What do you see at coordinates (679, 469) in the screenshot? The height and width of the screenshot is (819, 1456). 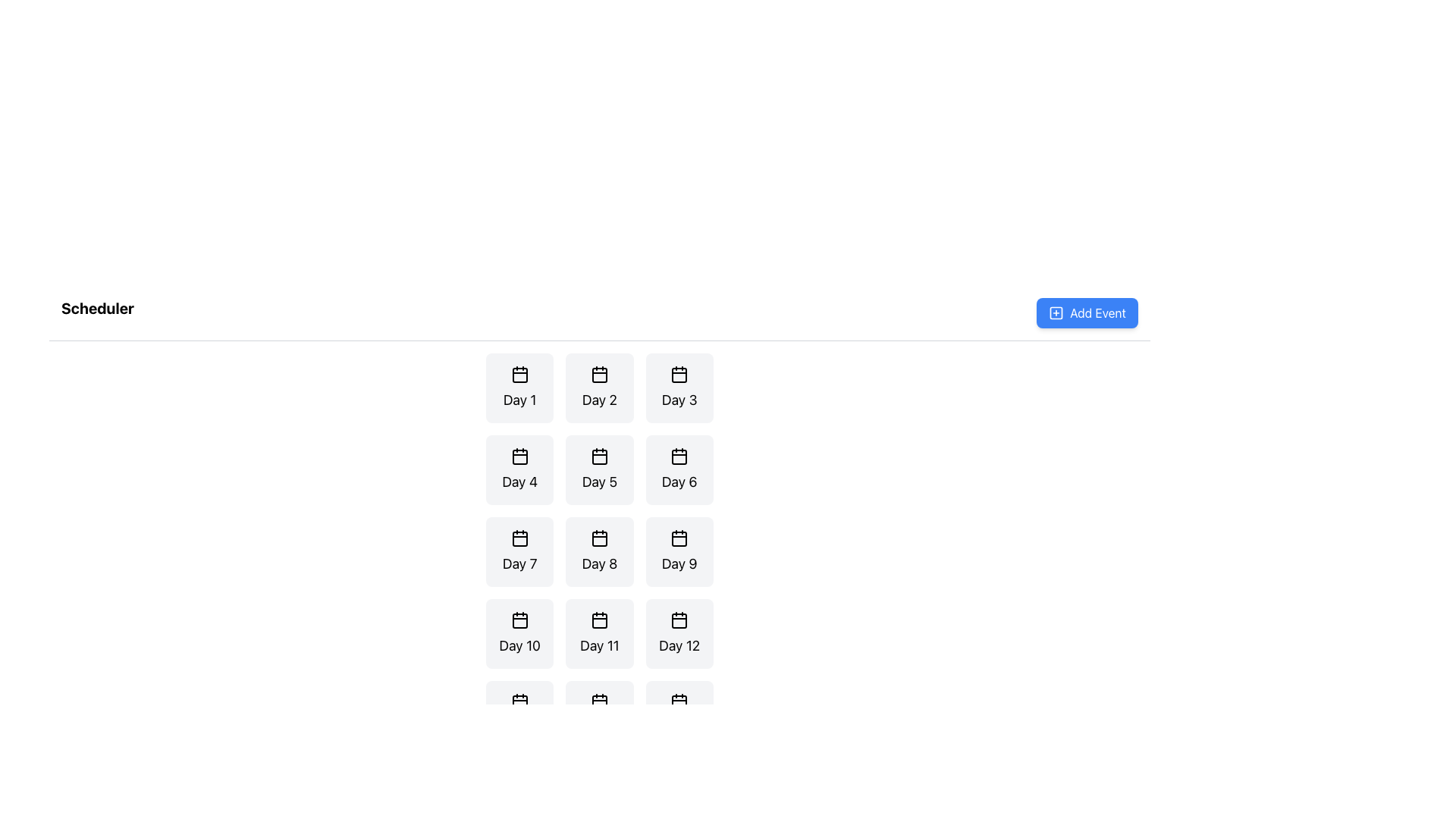 I see `the button representing Day 6 in the scheduling interface` at bounding box center [679, 469].